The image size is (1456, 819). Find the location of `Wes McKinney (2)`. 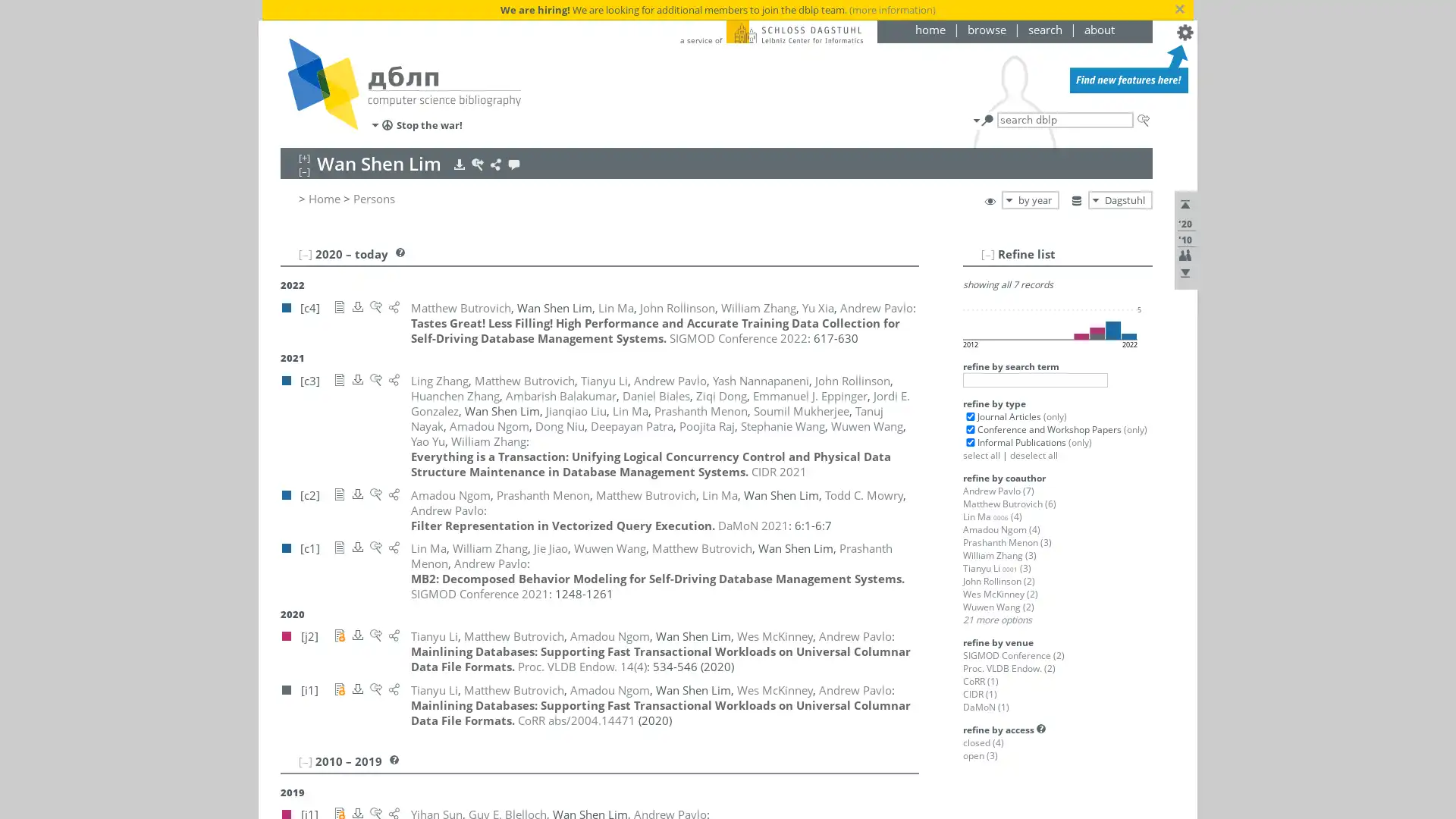

Wes McKinney (2) is located at coordinates (1000, 593).